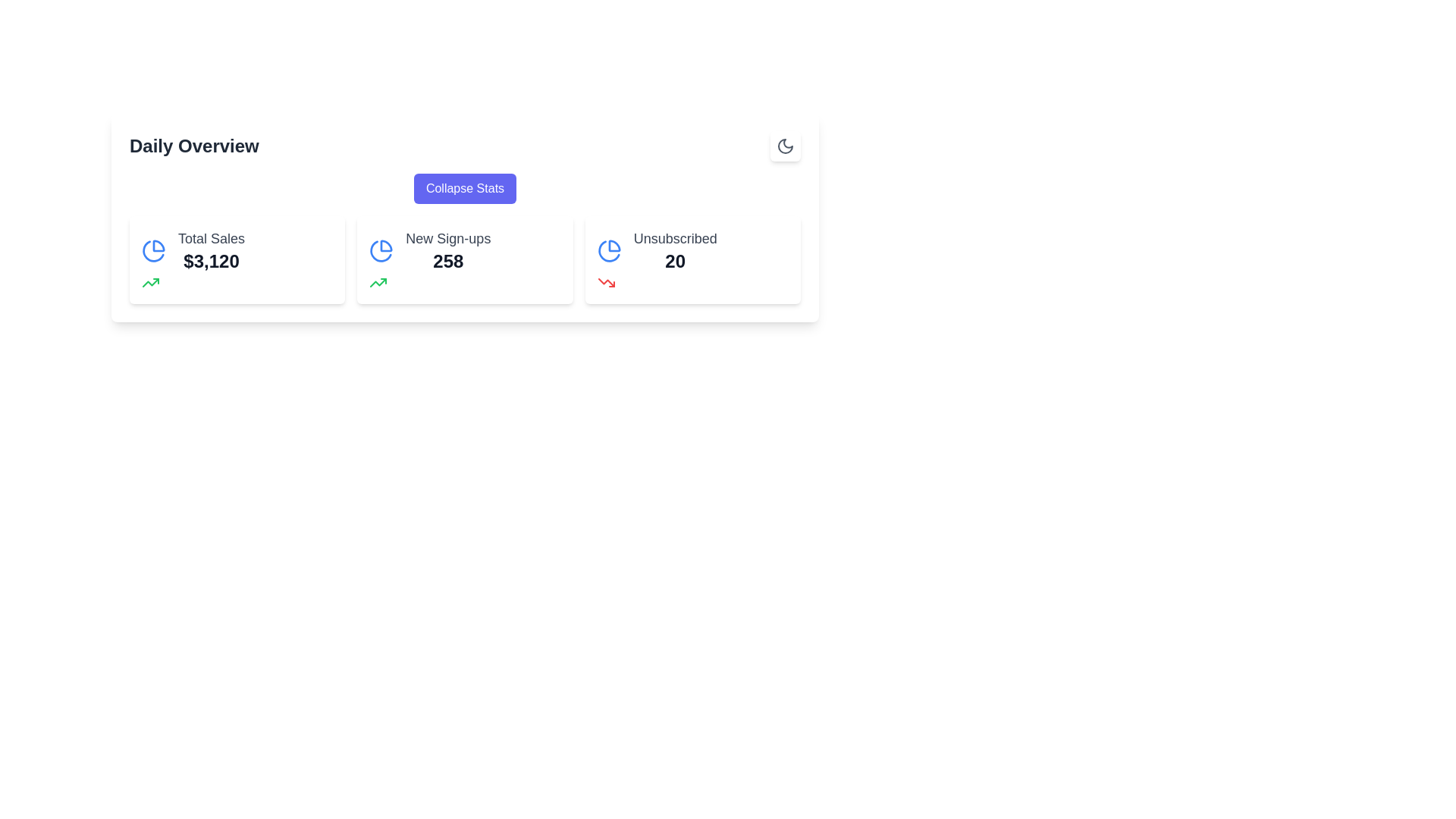 The height and width of the screenshot is (819, 1456). What do you see at coordinates (692, 259) in the screenshot?
I see `the Information card displaying the subscription statistic for unsubscribed users, which is the third and rightmost card in a three-column grid layout` at bounding box center [692, 259].